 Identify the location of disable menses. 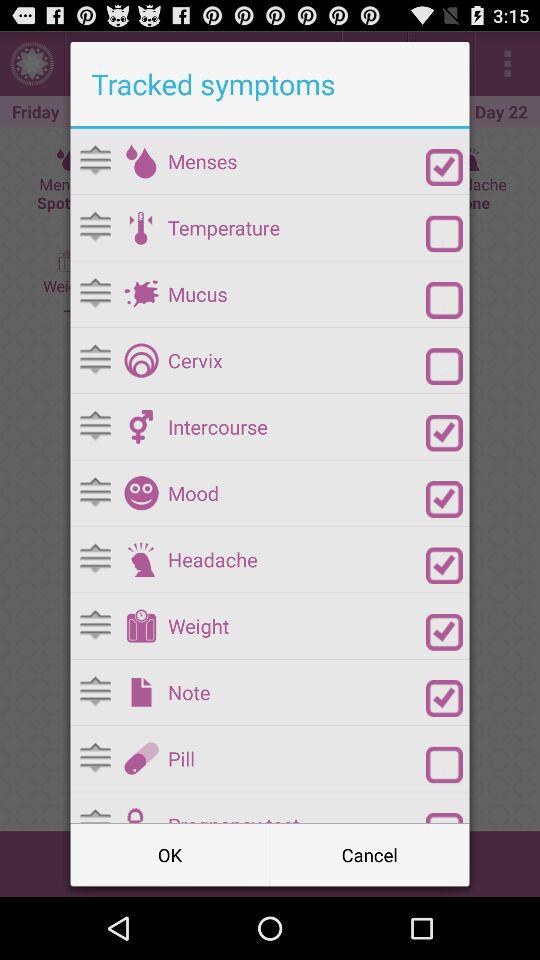
(444, 166).